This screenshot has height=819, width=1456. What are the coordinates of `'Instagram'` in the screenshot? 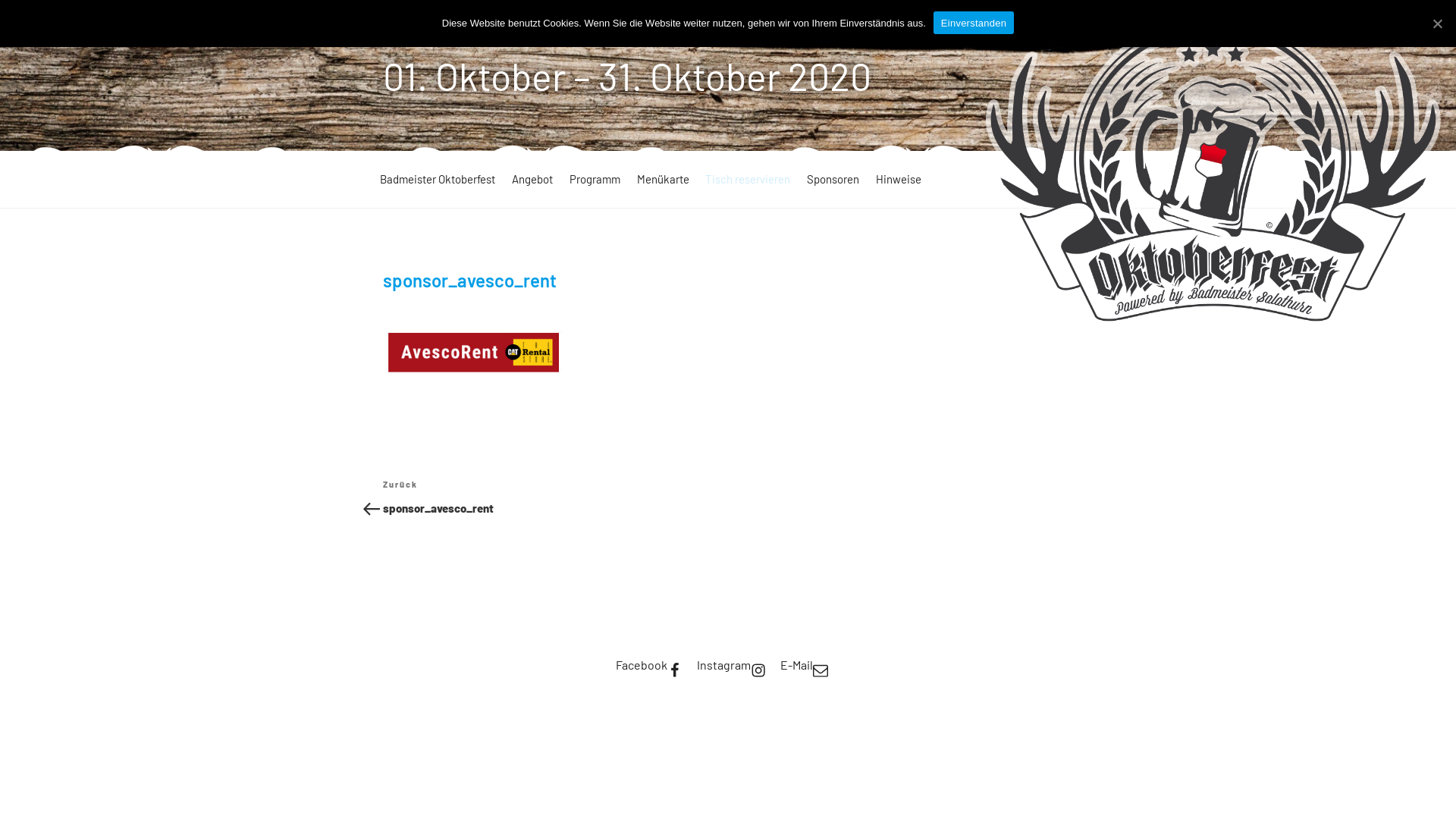 It's located at (731, 664).